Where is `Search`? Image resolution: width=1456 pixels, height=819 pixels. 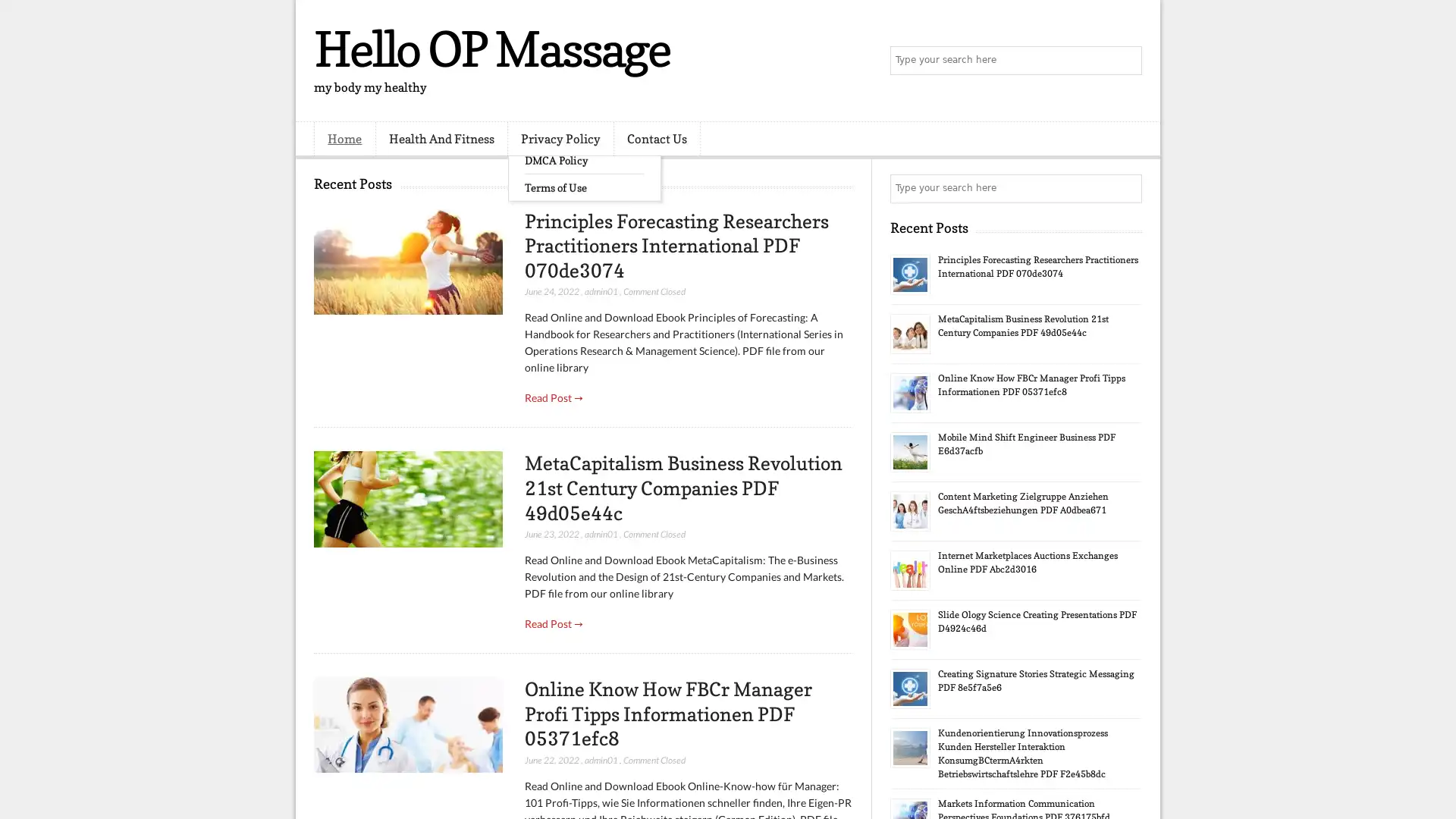 Search is located at coordinates (1126, 61).